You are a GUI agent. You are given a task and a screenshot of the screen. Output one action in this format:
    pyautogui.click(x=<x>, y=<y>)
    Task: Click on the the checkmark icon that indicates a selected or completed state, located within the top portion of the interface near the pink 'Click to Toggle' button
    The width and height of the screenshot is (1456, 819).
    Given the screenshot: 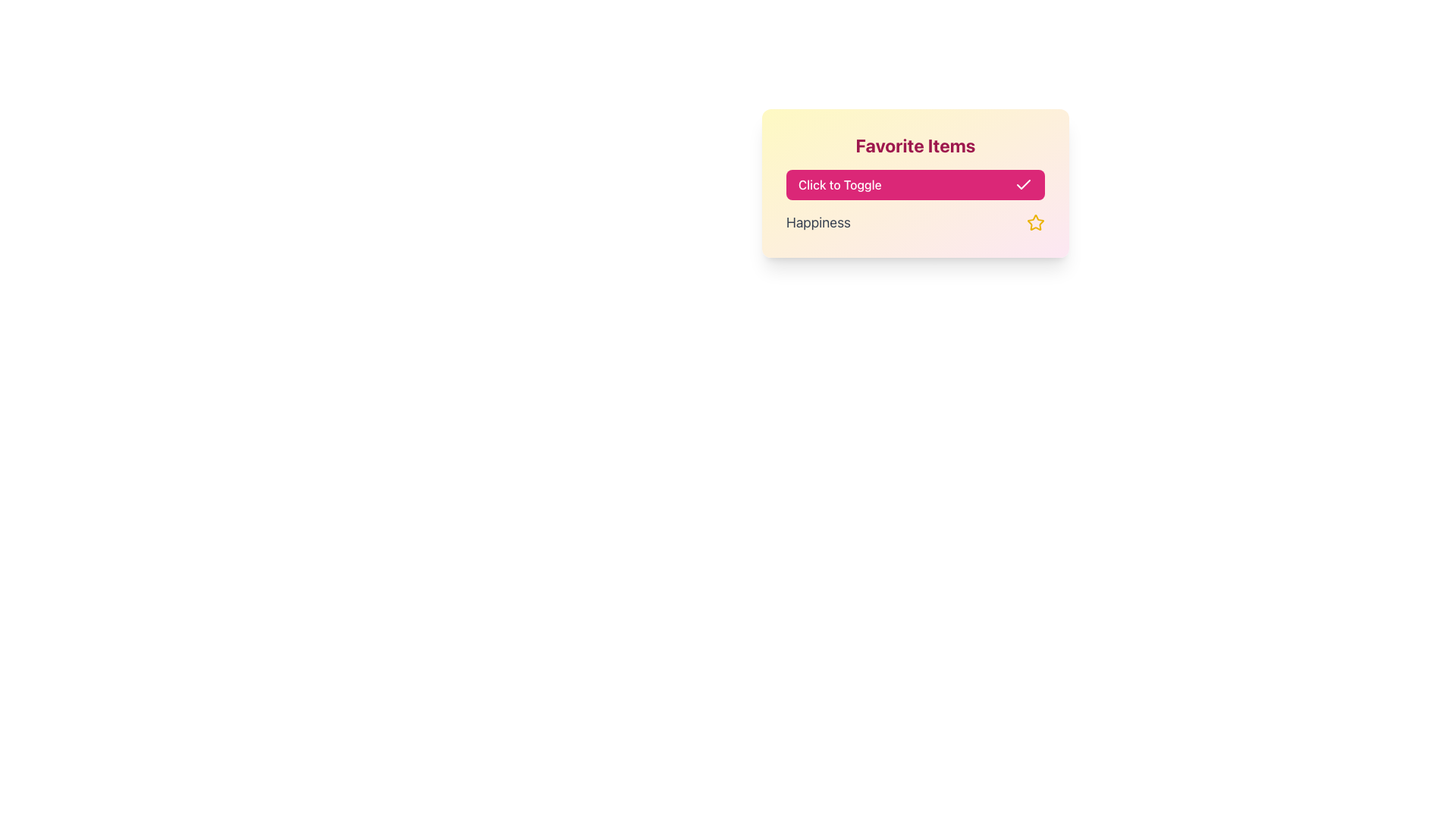 What is the action you would take?
    pyautogui.click(x=1023, y=184)
    